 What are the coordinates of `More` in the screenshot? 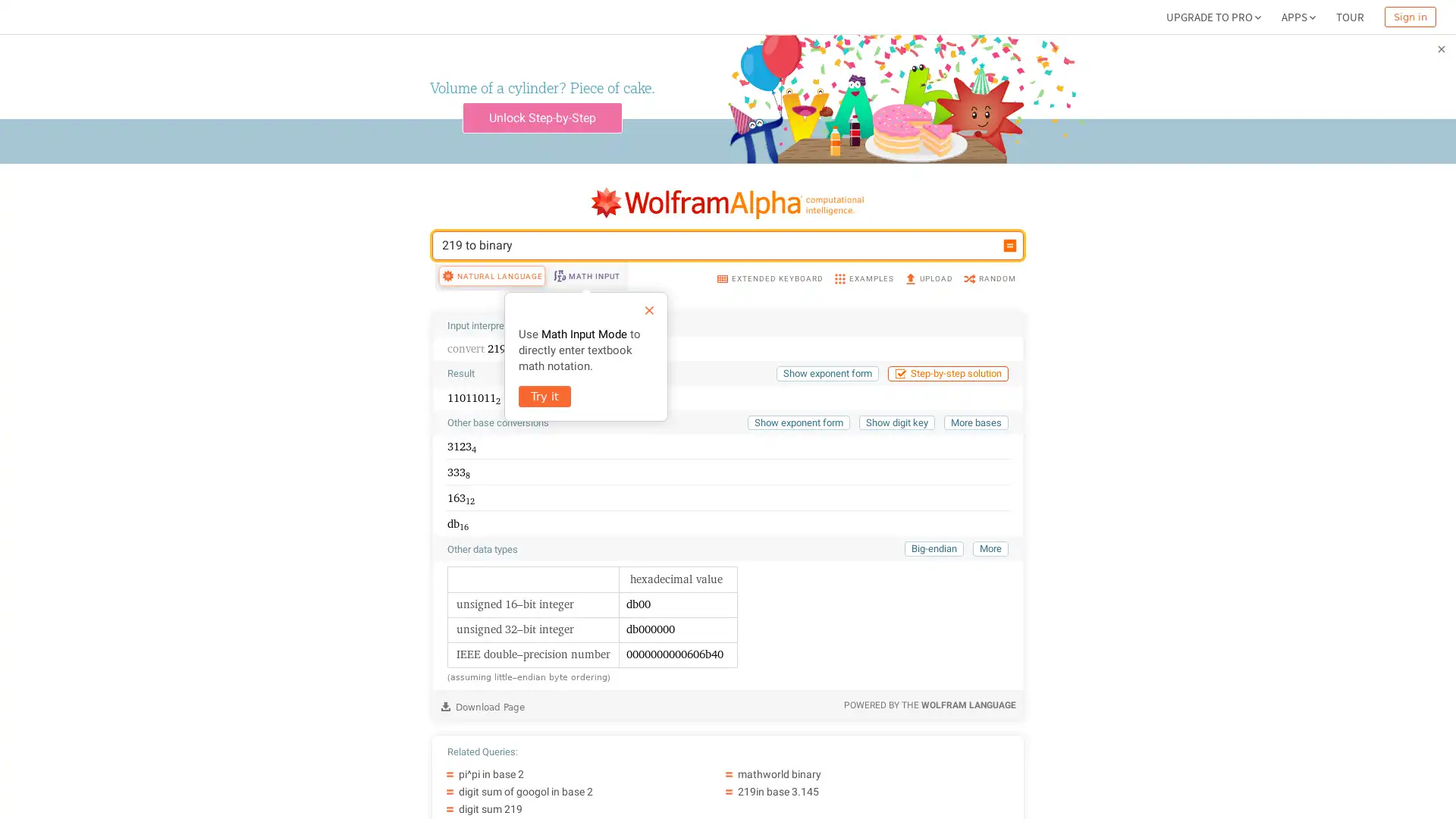 It's located at (990, 579).